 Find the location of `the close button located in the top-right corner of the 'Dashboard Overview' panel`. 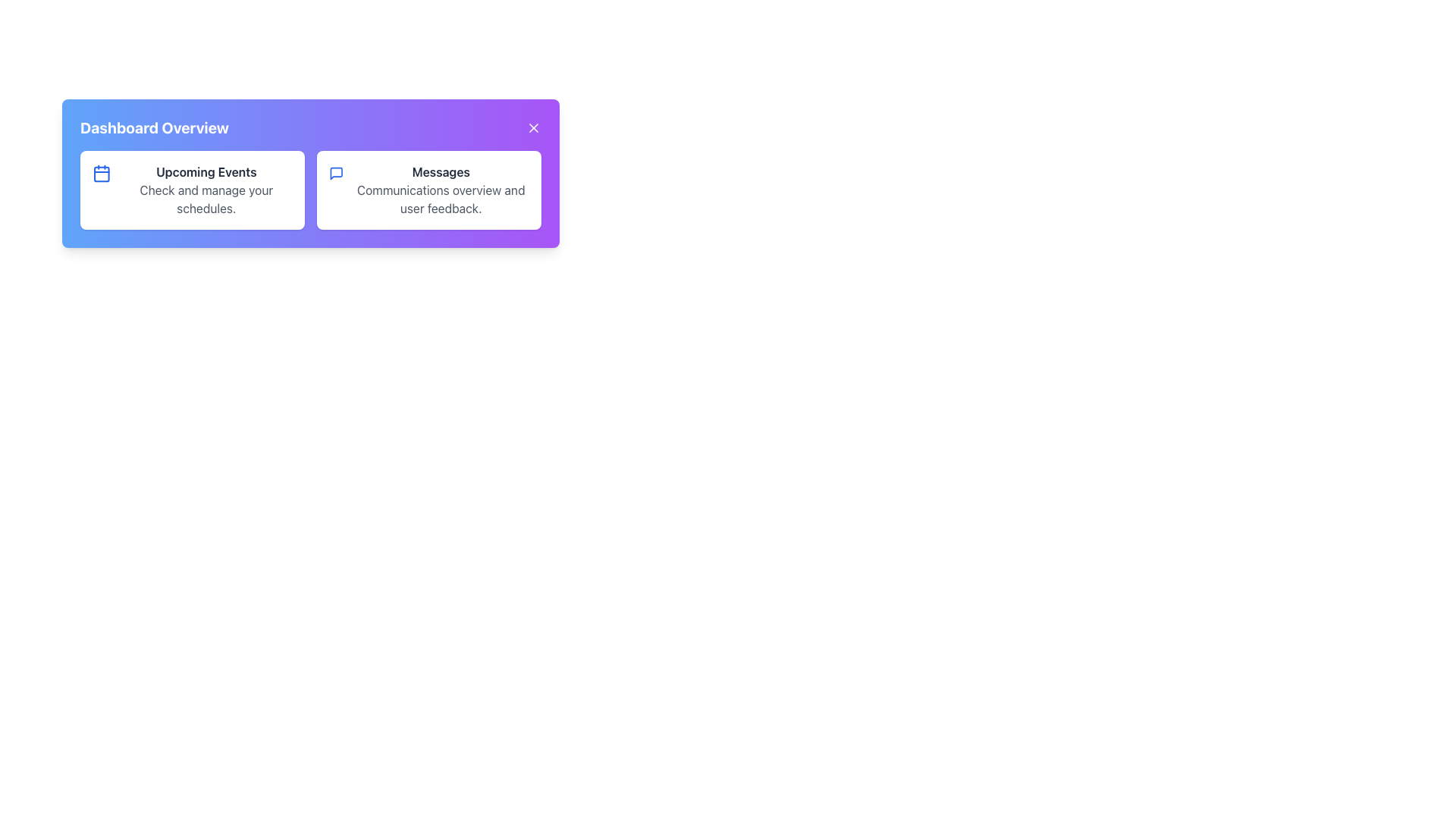

the close button located in the top-right corner of the 'Dashboard Overview' panel is located at coordinates (534, 127).